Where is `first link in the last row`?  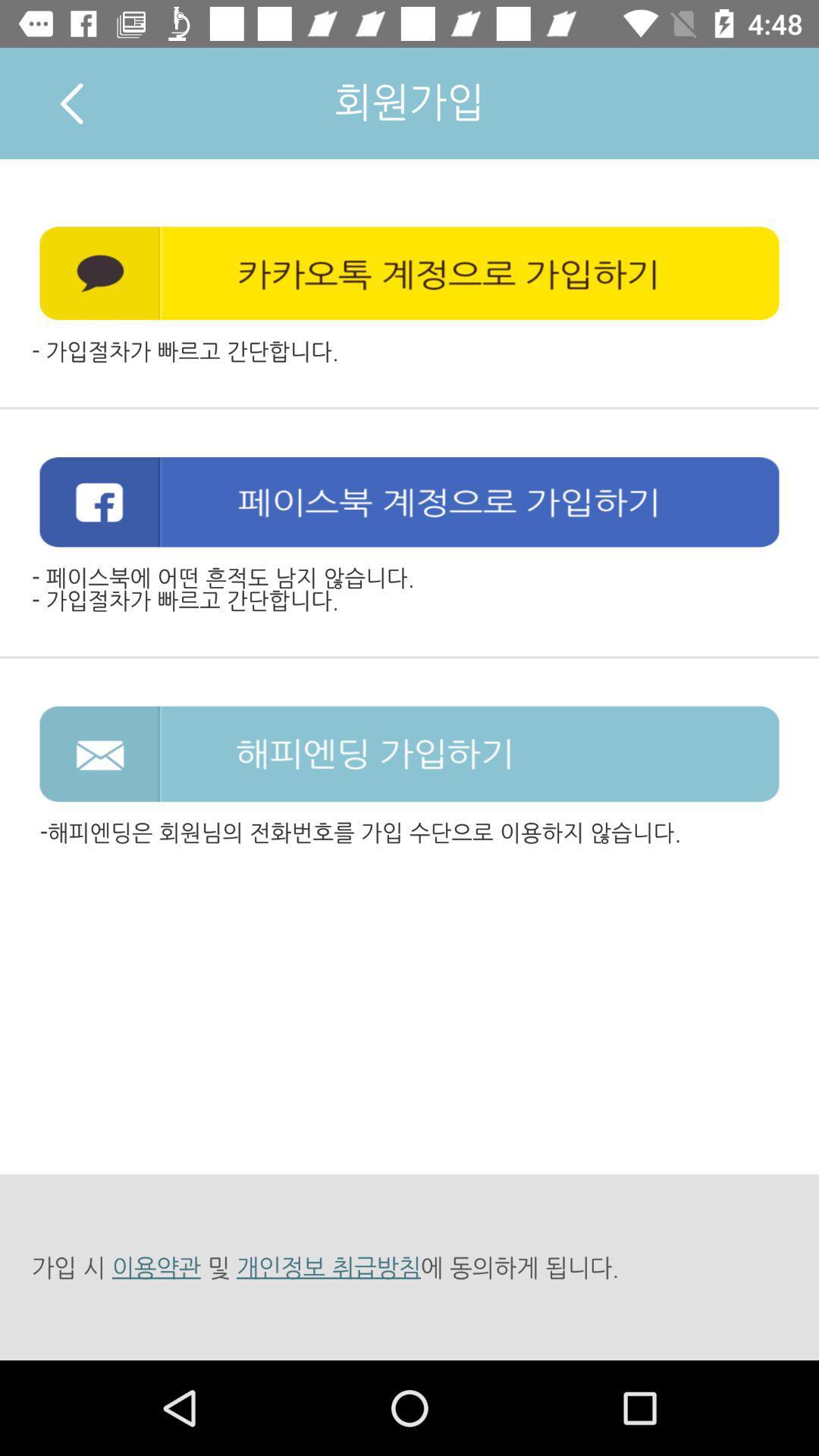
first link in the last row is located at coordinates (156, 1269).